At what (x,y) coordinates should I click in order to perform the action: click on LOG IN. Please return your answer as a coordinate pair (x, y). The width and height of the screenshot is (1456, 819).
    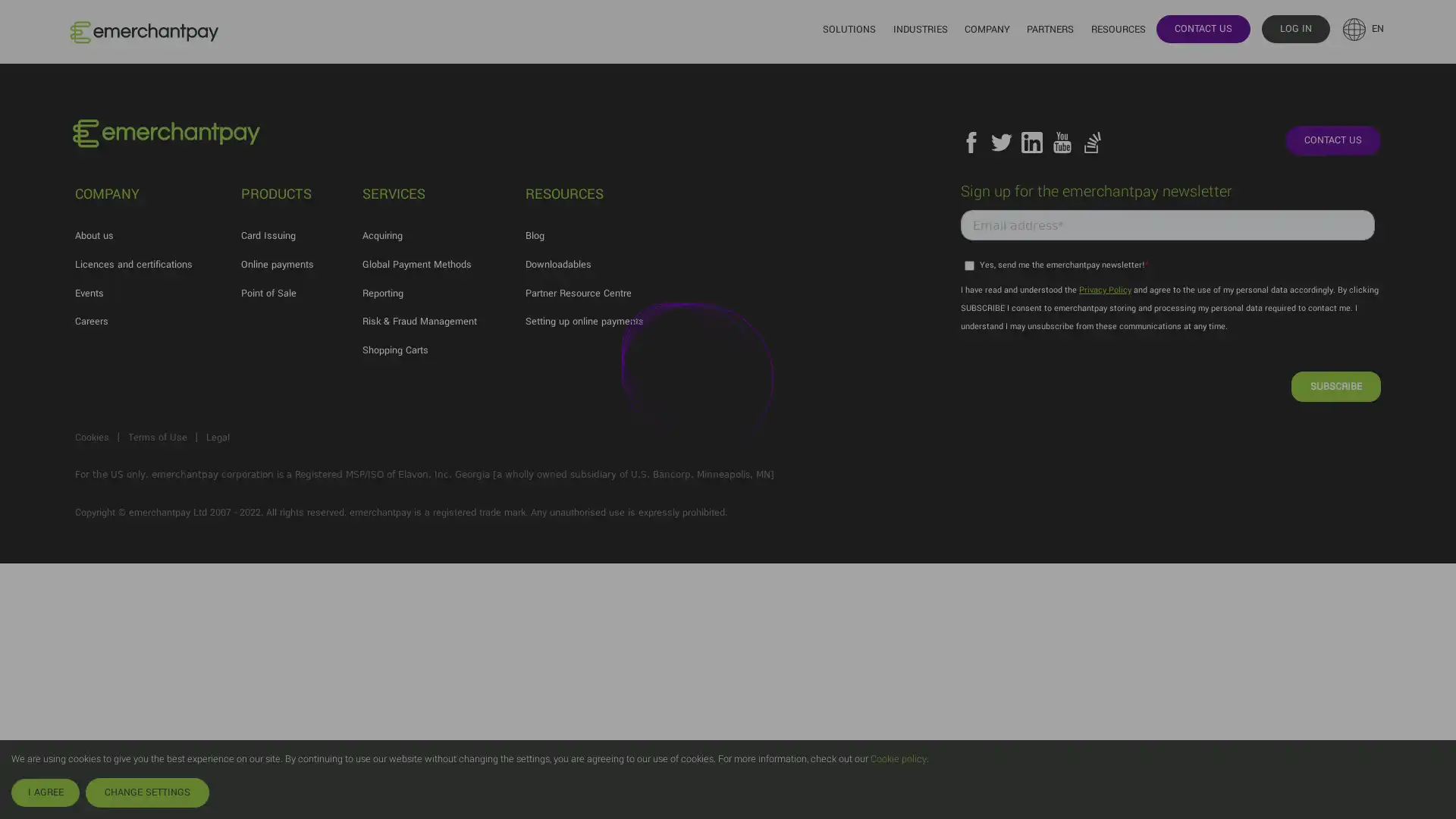
    Looking at the image, I should click on (1294, 28).